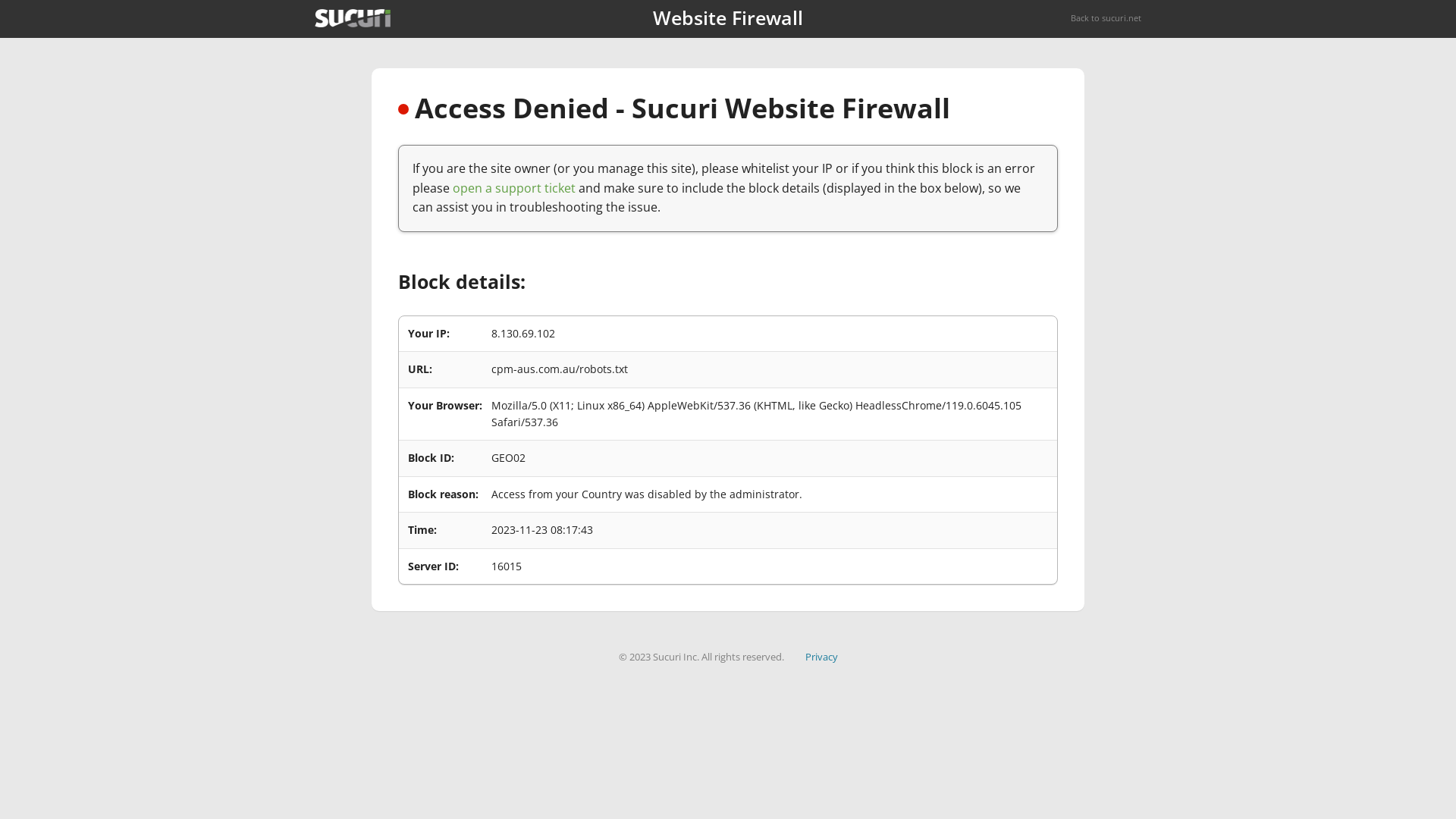  Describe the element at coordinates (1106, 17) in the screenshot. I see `'Back to sucuri.net'` at that location.